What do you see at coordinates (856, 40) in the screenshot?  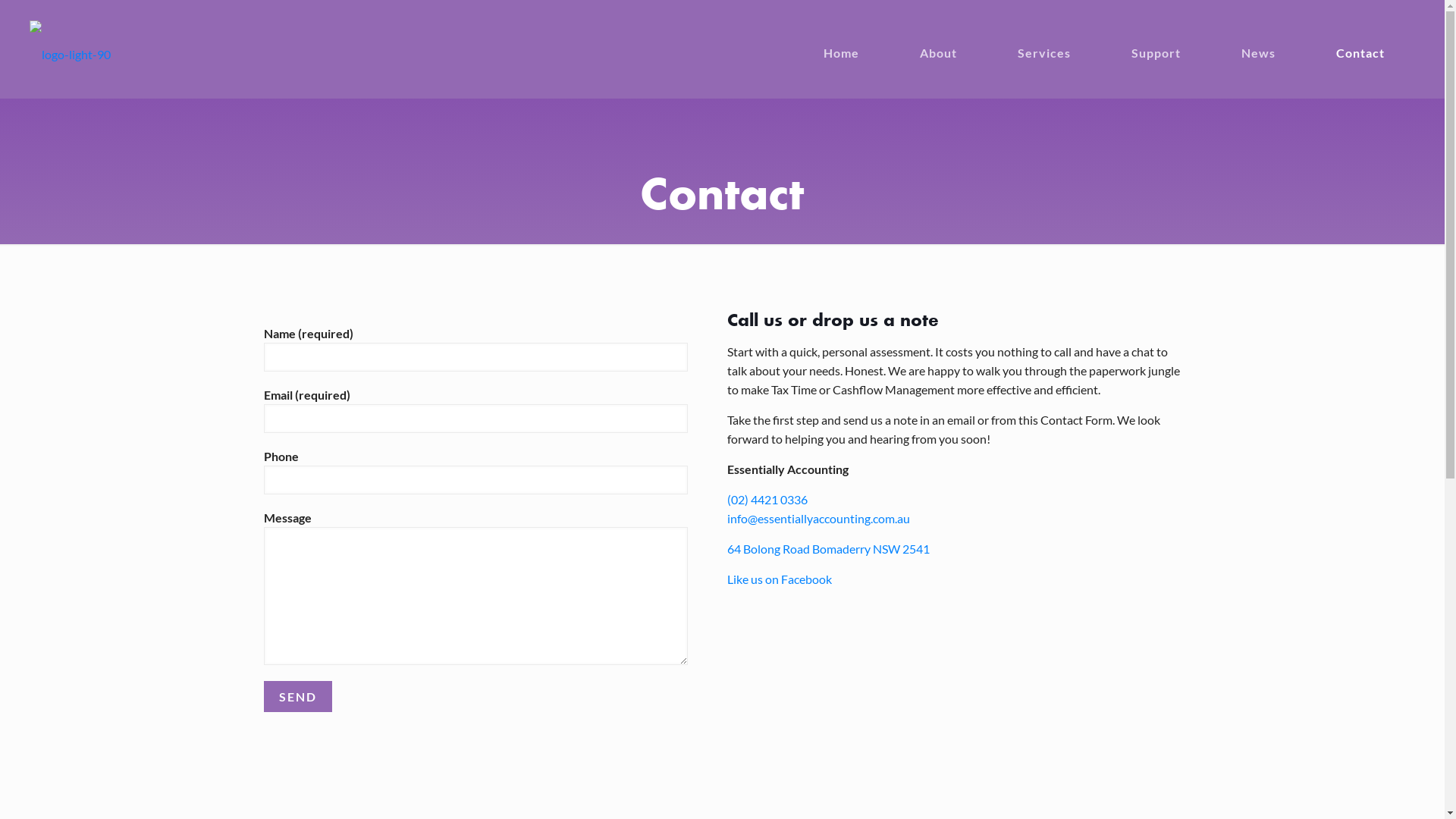 I see `'Home'` at bounding box center [856, 40].